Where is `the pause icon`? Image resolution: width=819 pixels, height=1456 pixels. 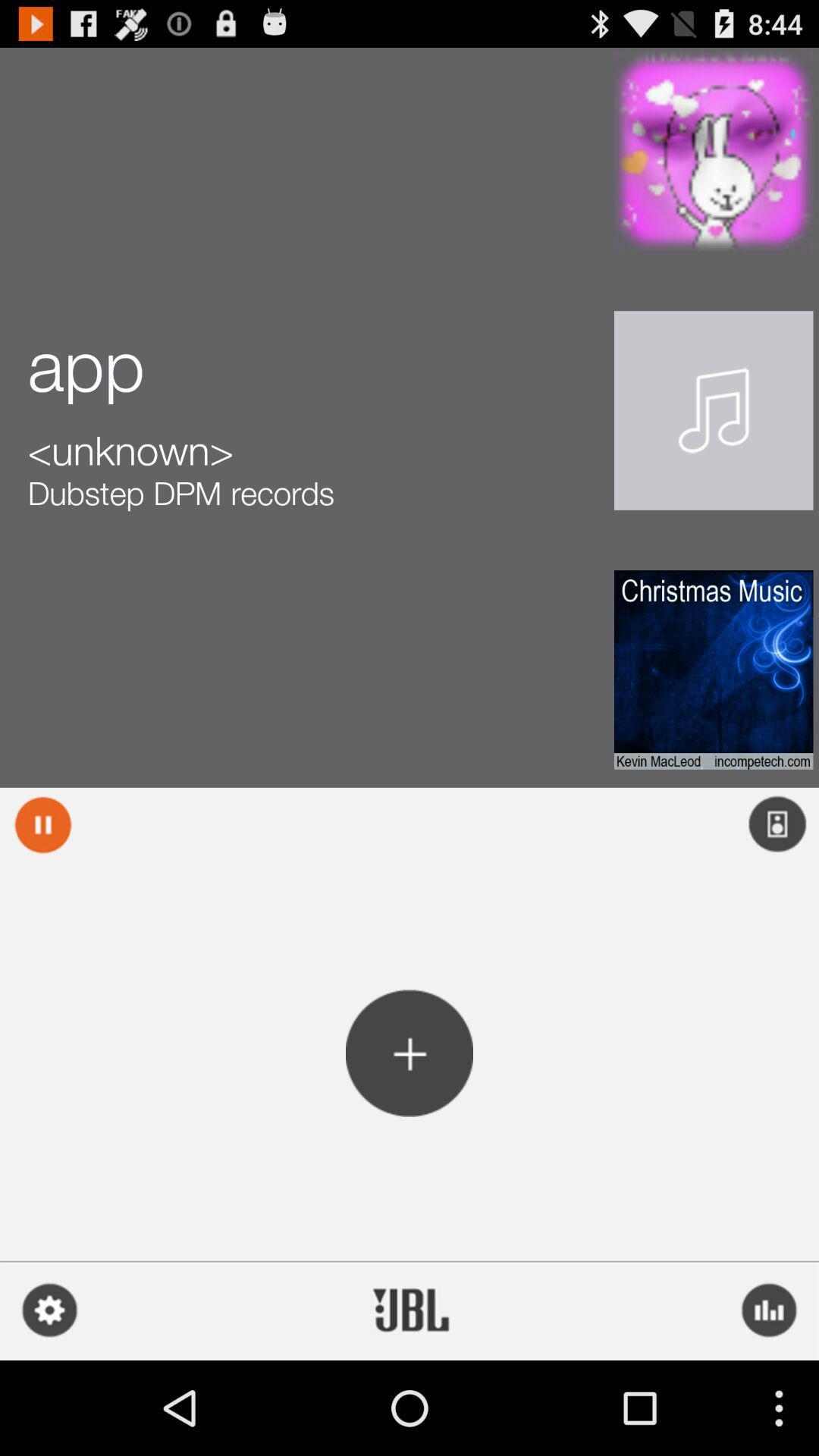 the pause icon is located at coordinates (42, 883).